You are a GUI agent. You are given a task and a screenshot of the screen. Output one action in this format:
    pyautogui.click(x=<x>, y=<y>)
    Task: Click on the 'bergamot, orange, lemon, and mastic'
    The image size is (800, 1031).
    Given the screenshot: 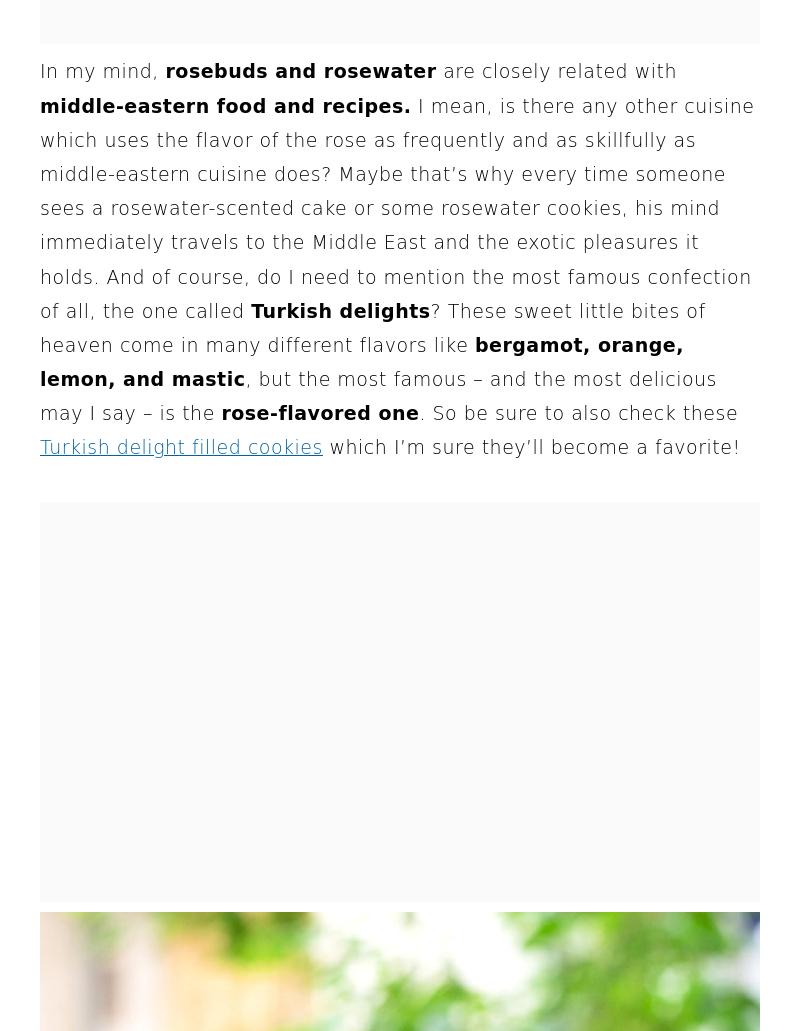 What is the action you would take?
    pyautogui.click(x=361, y=360)
    